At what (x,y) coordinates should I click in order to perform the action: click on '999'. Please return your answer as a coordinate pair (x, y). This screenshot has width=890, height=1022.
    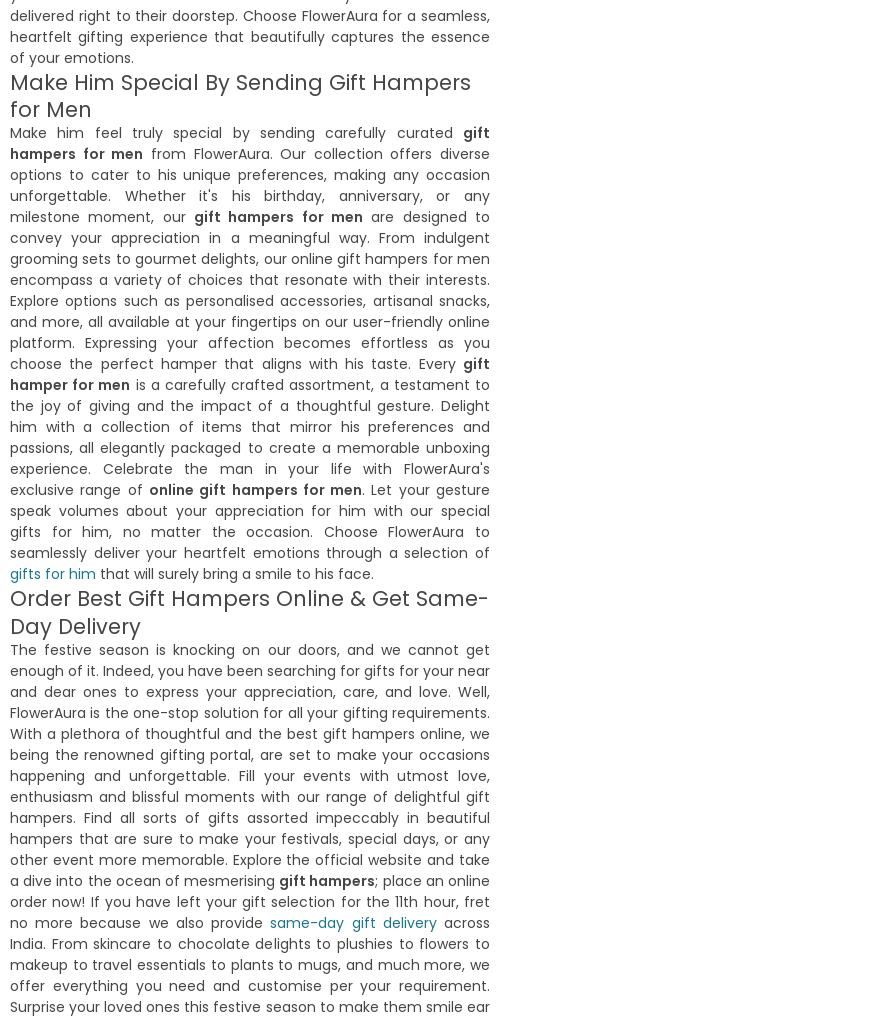
    Looking at the image, I should click on (290, 319).